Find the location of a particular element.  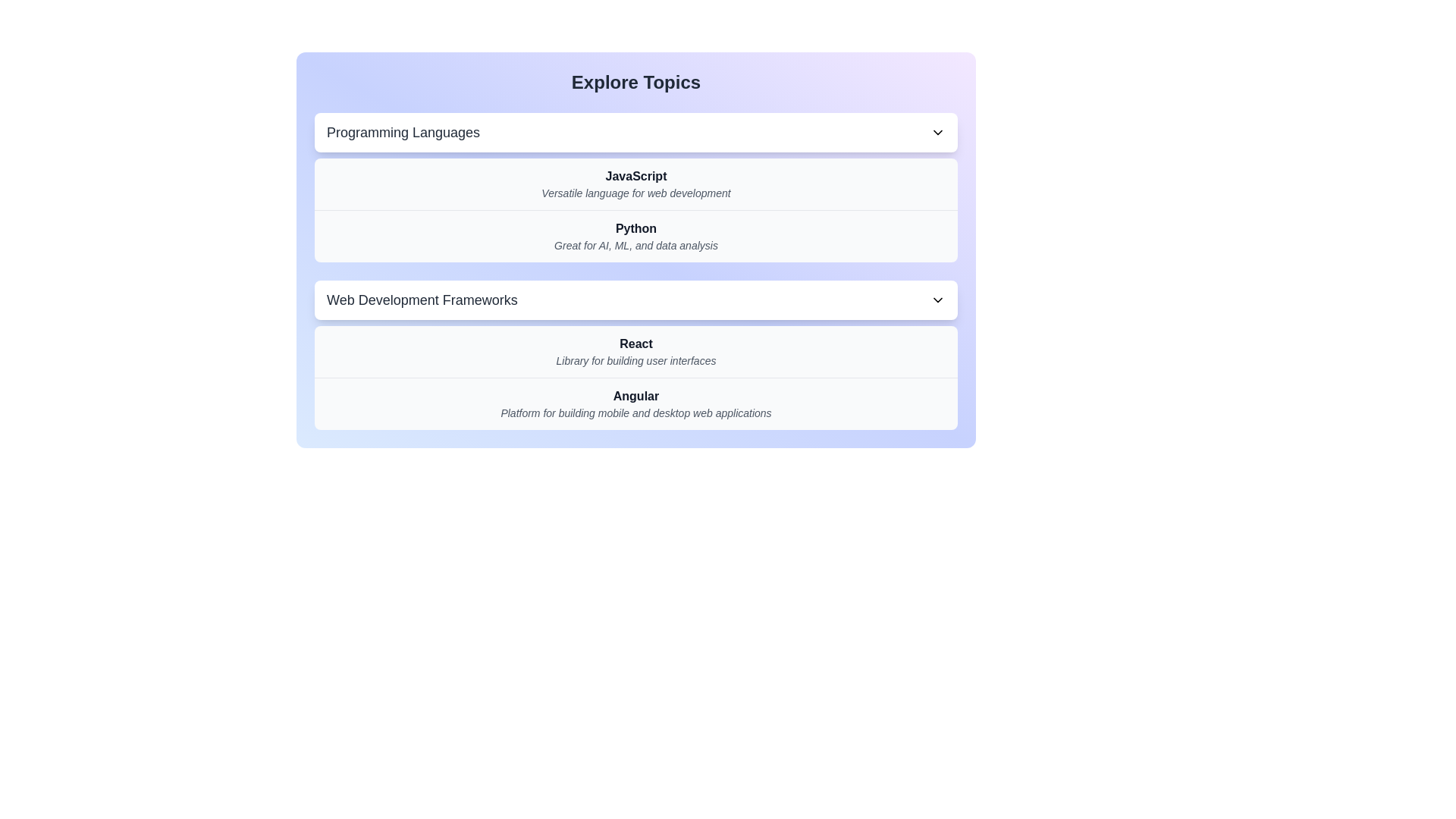

the Collapsible information panel is located at coordinates (636, 249).